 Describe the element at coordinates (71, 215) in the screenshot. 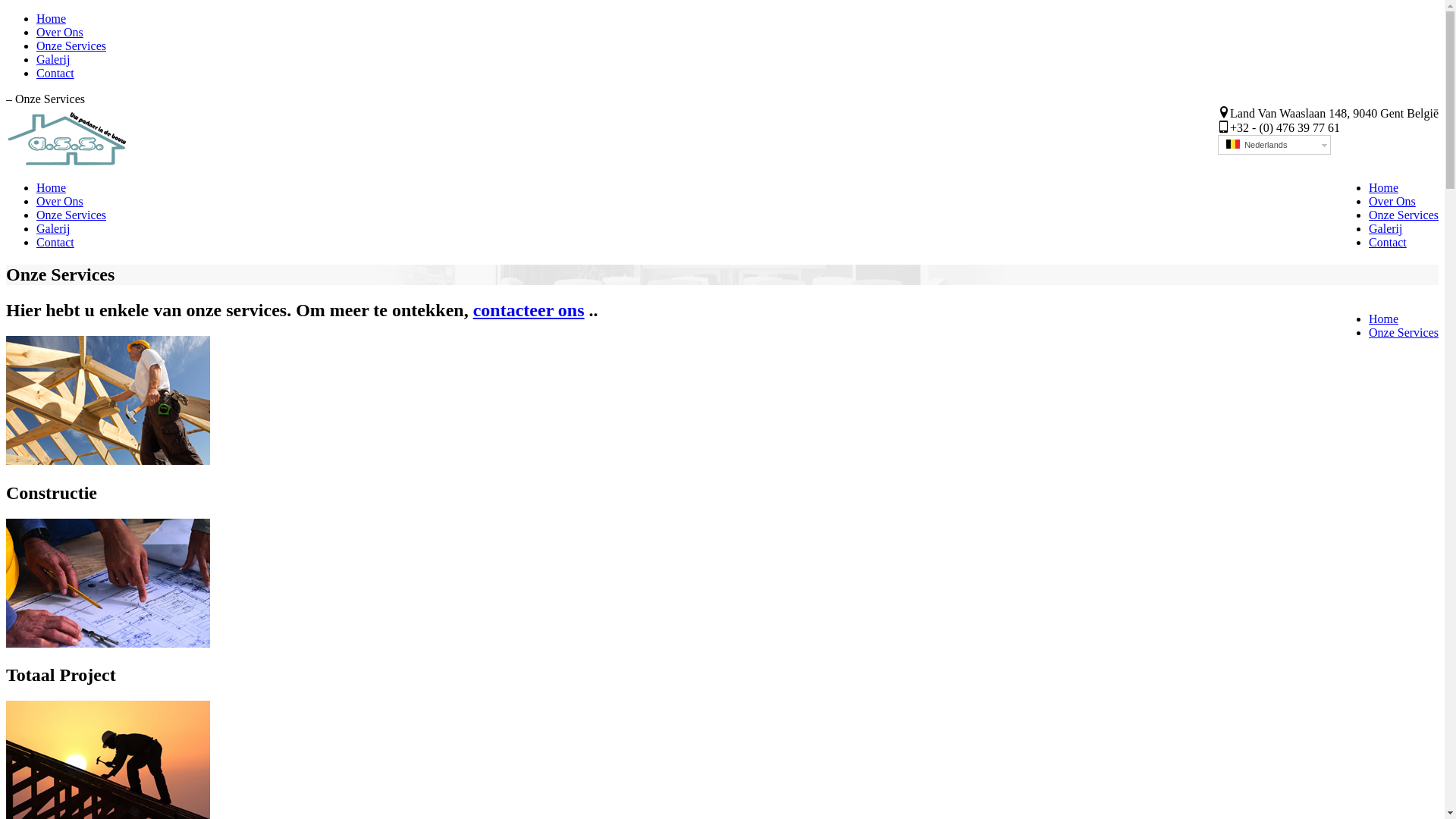

I see `'Onze Services'` at that location.